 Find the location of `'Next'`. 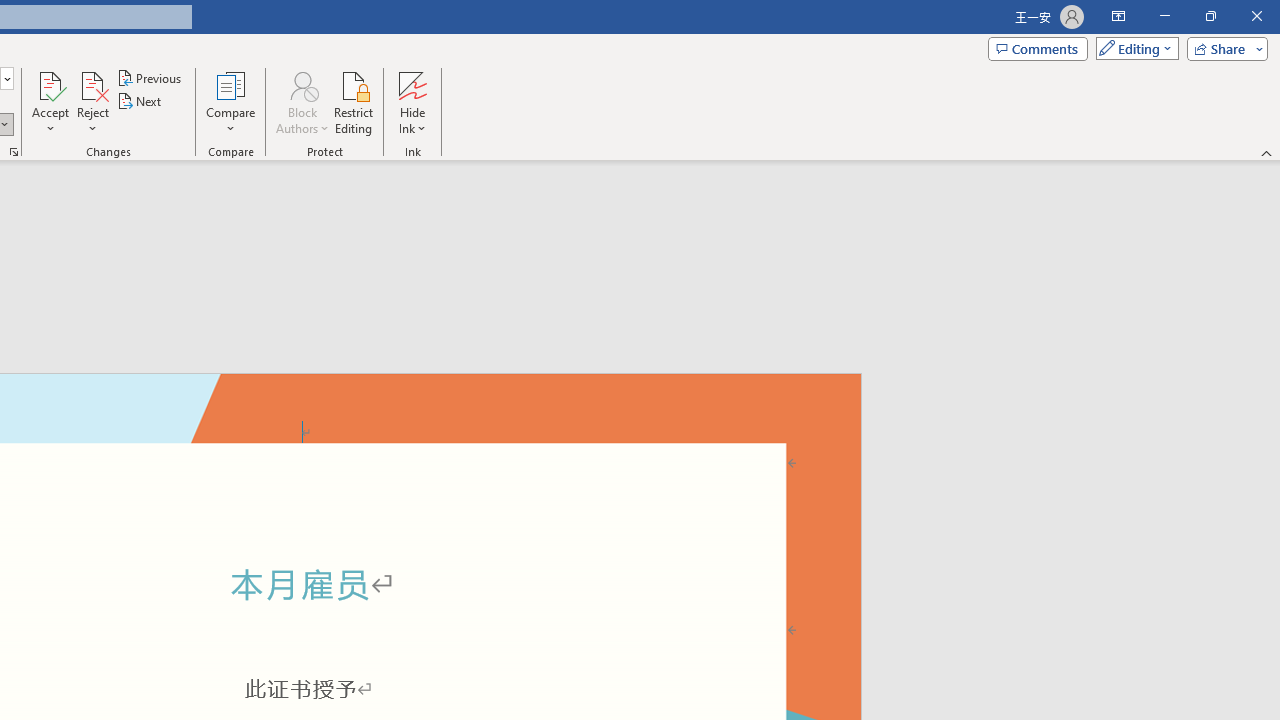

'Next' is located at coordinates (139, 101).